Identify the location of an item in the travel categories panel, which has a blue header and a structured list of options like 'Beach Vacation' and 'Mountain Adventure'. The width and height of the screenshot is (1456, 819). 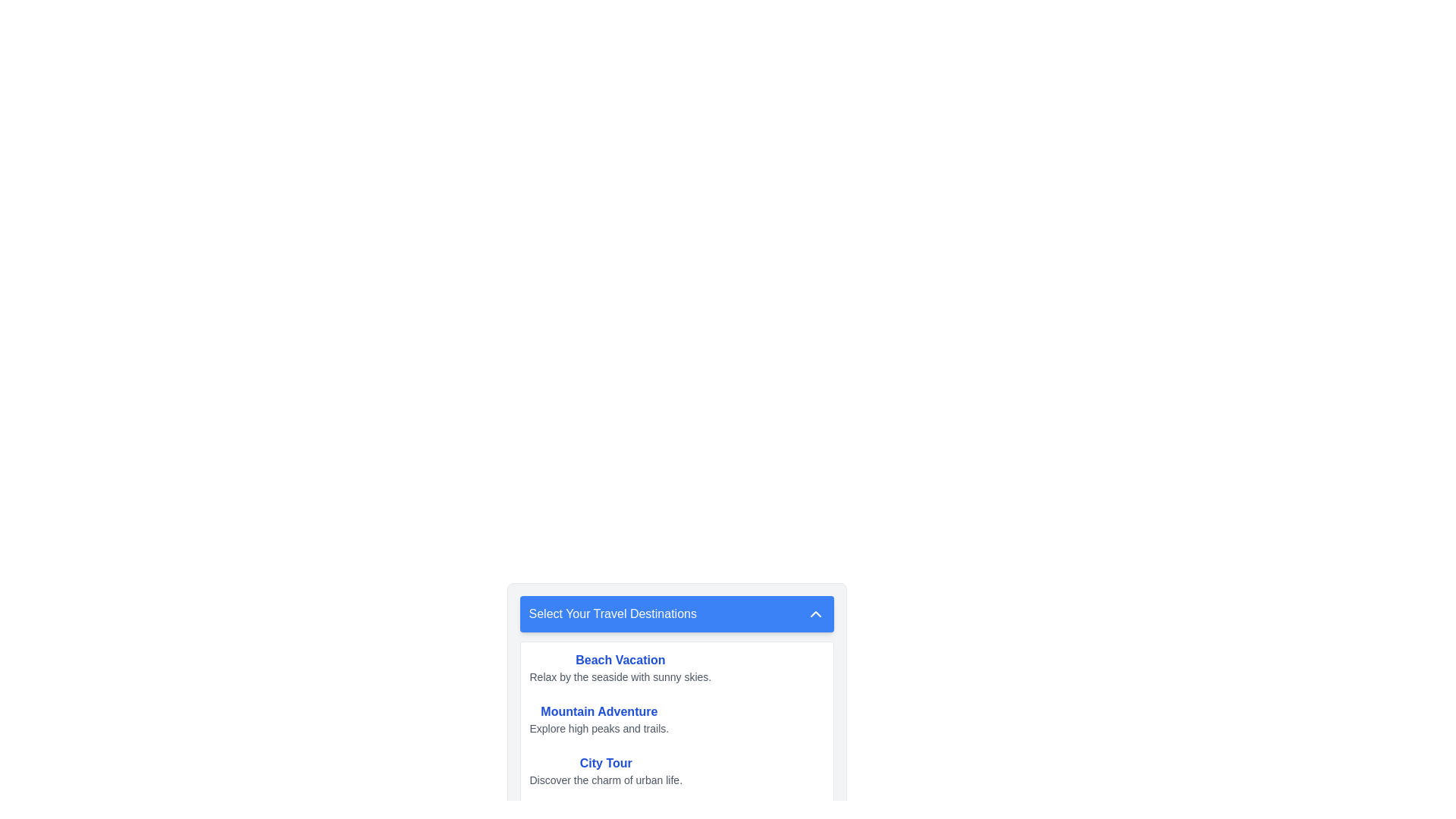
(676, 682).